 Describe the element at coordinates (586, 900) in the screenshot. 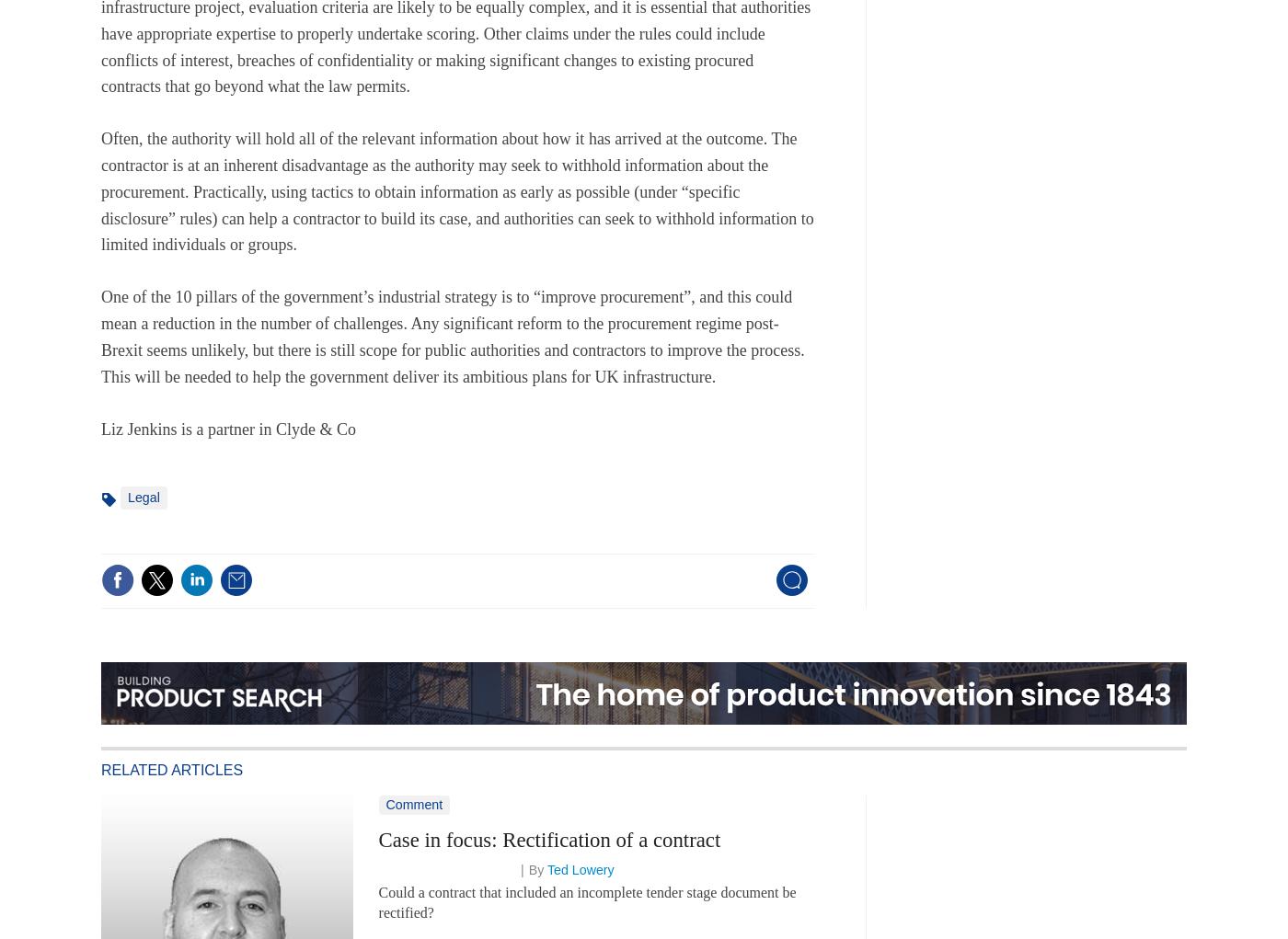

I see `'Could a contract that included an incomplete tender stage document be rectified?'` at that location.